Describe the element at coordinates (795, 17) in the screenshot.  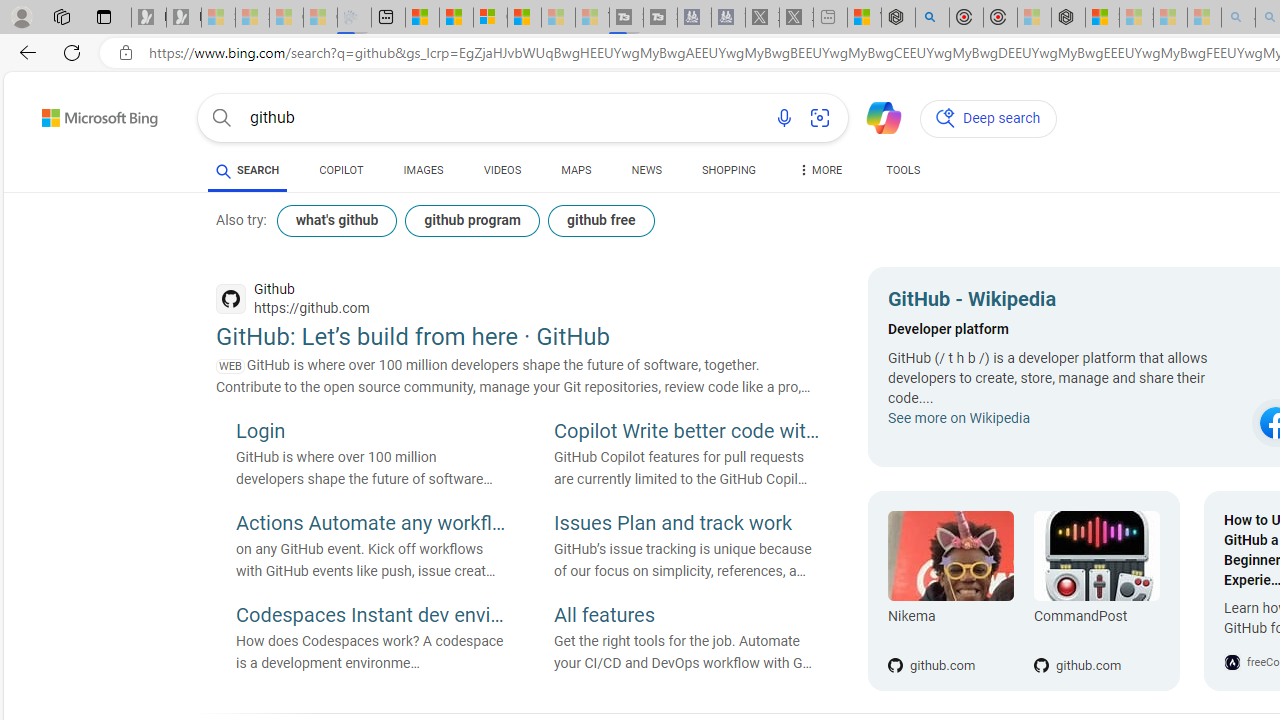
I see `'X - Sleeping'` at that location.